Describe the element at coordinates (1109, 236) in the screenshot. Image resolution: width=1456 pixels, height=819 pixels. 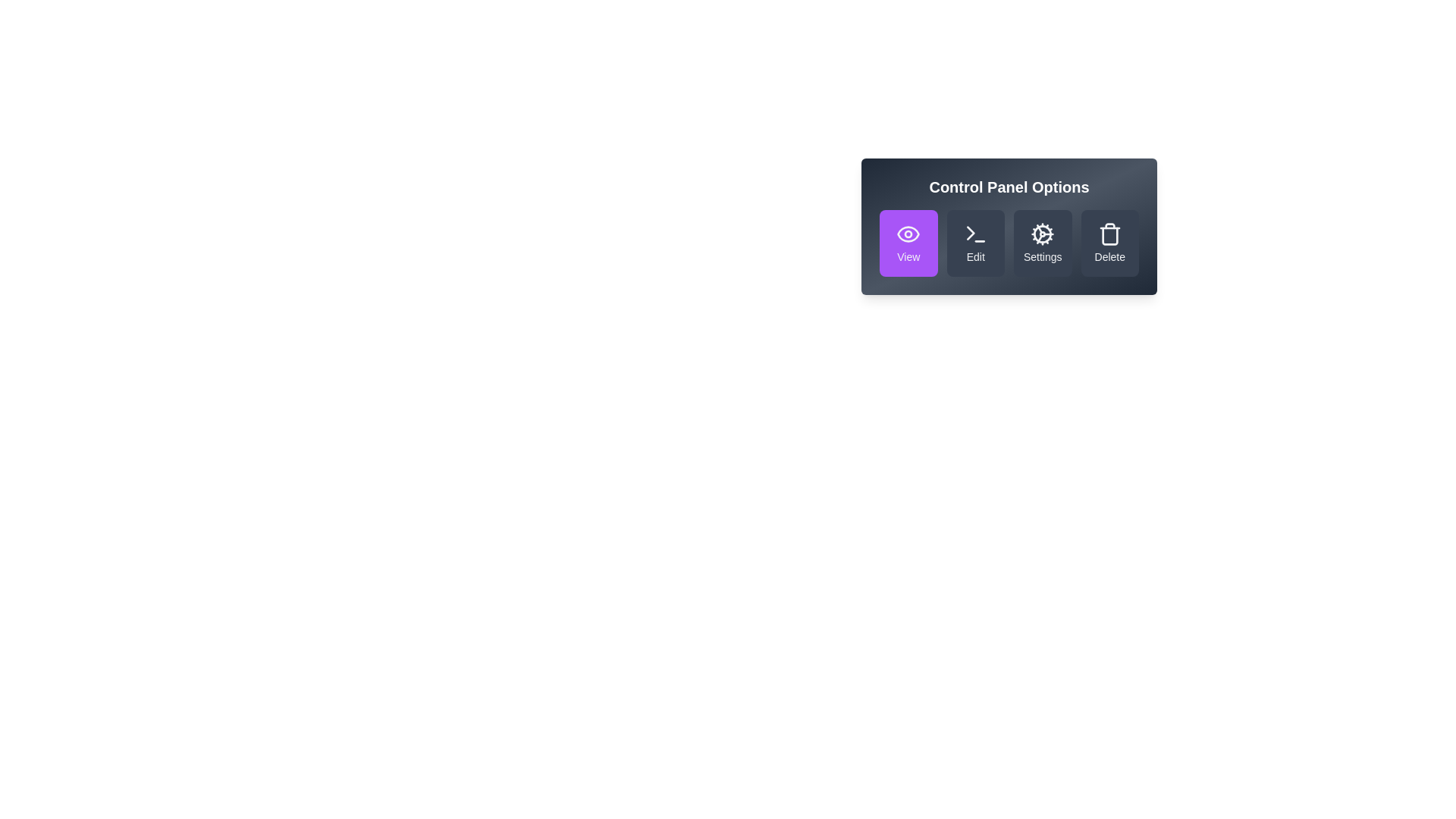
I see `the trash can icon, which signifies a delete action, located at the far right of the control panel below the text 'Delete'` at that location.